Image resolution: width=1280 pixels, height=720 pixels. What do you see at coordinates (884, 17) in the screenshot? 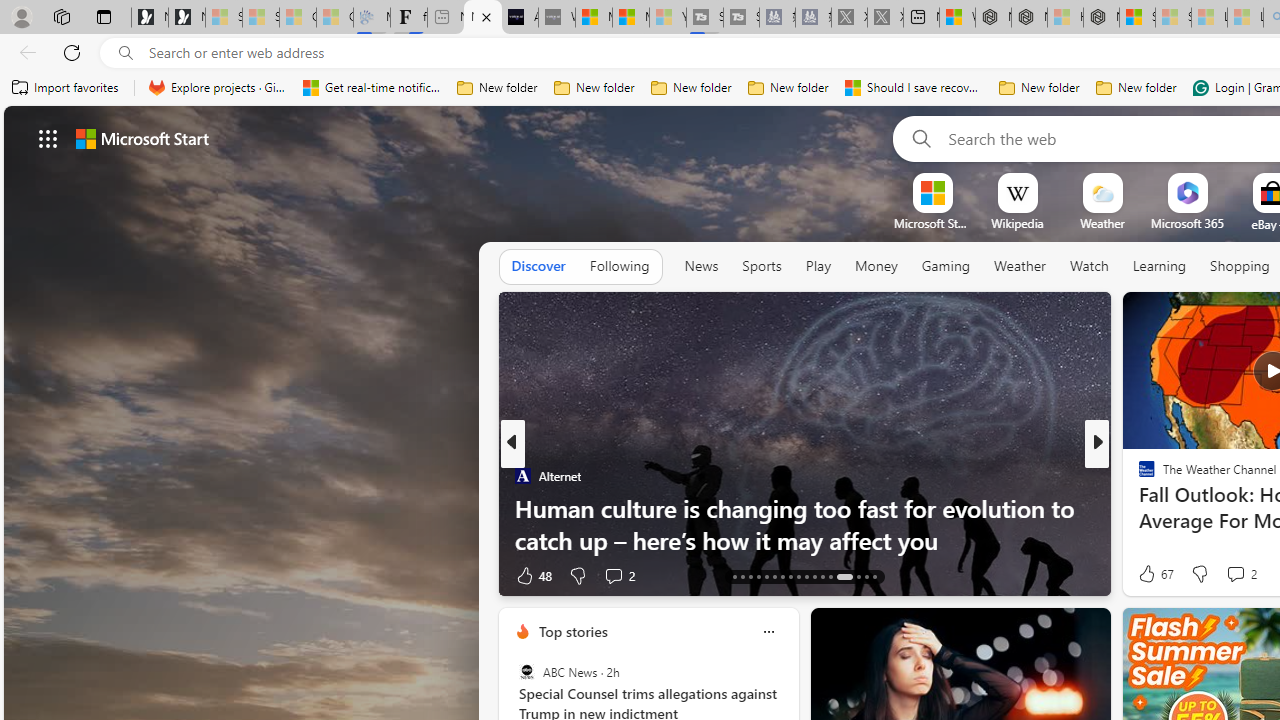
I see `'X - Sleeping'` at bounding box center [884, 17].